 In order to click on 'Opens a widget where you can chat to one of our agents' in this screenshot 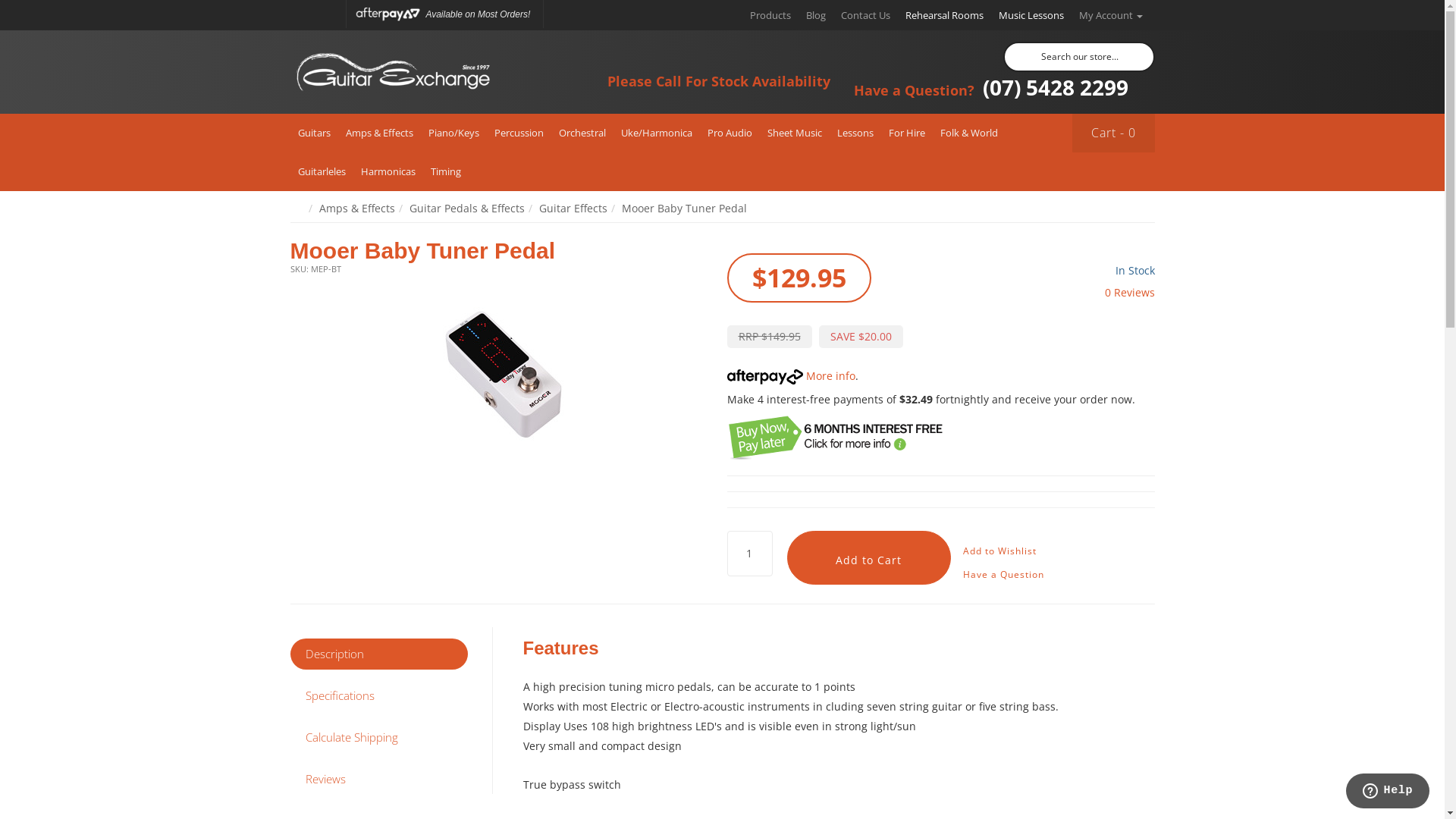, I will do `click(1387, 792)`.